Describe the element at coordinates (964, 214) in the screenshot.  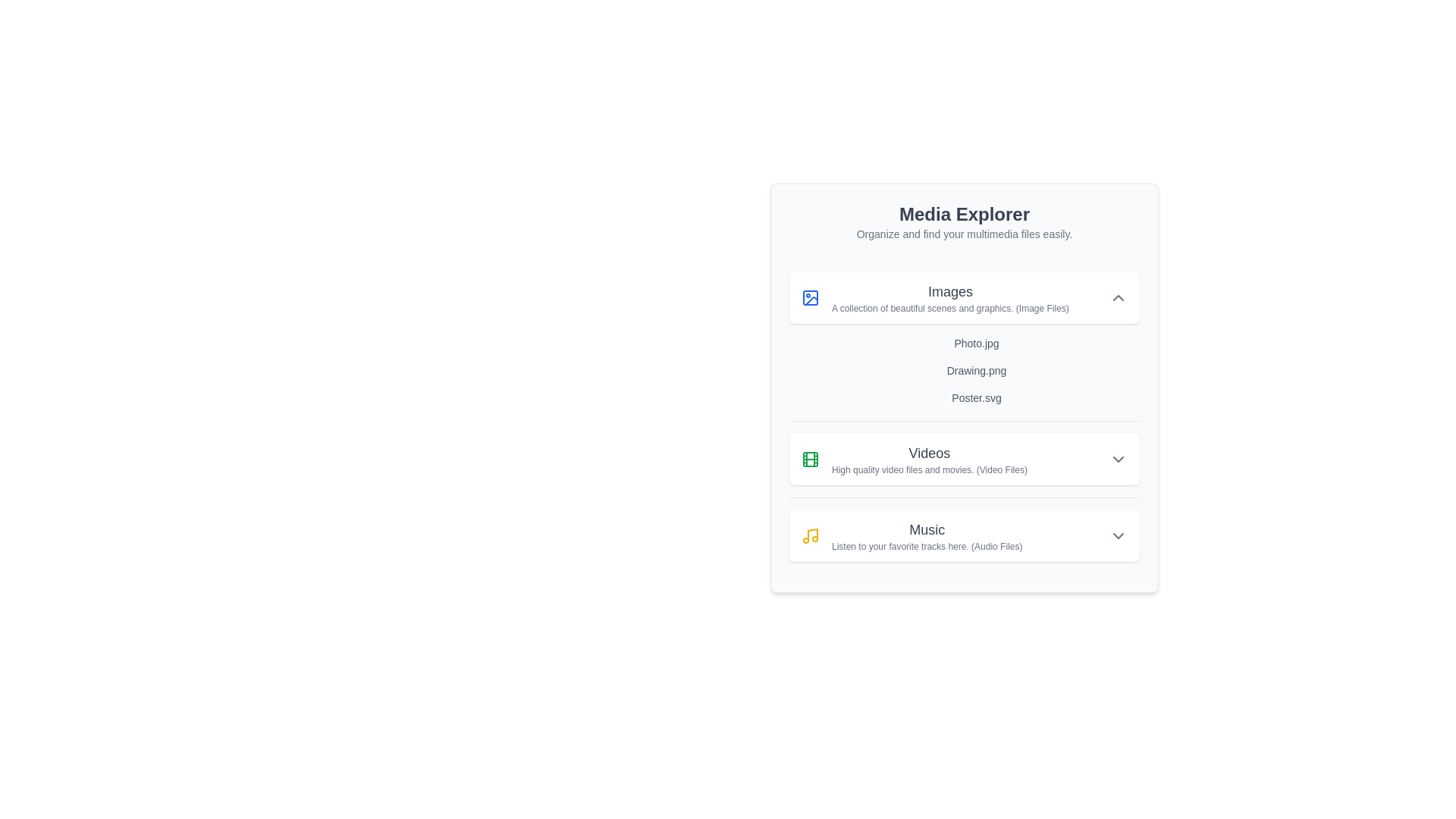
I see `the prominent 'Media Explorer' static text, which is bold and large-sized, styled in gray, and positioned at the top of the interface` at that location.